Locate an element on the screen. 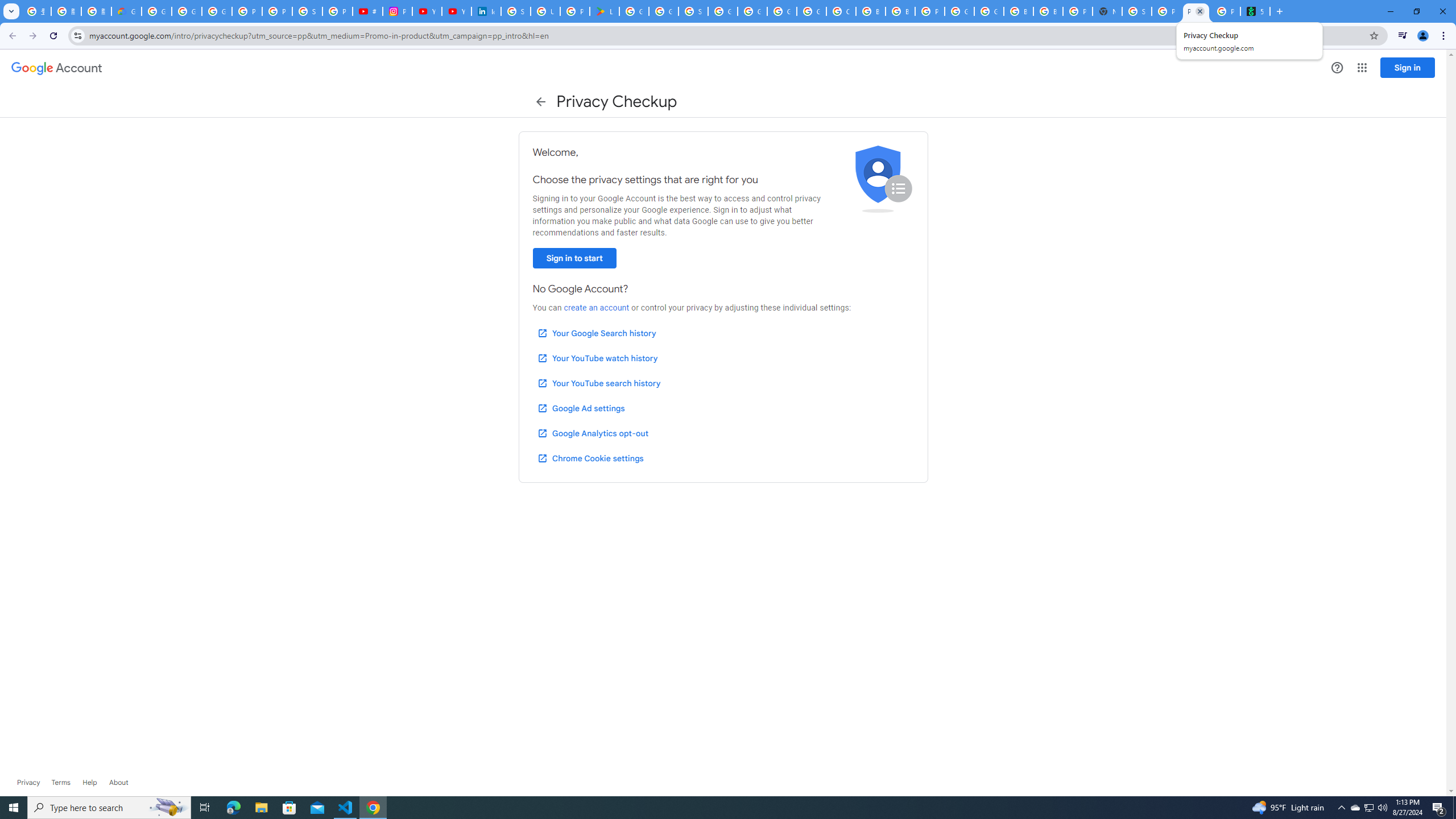 The image size is (1456, 819). 'Help' is located at coordinates (89, 781).